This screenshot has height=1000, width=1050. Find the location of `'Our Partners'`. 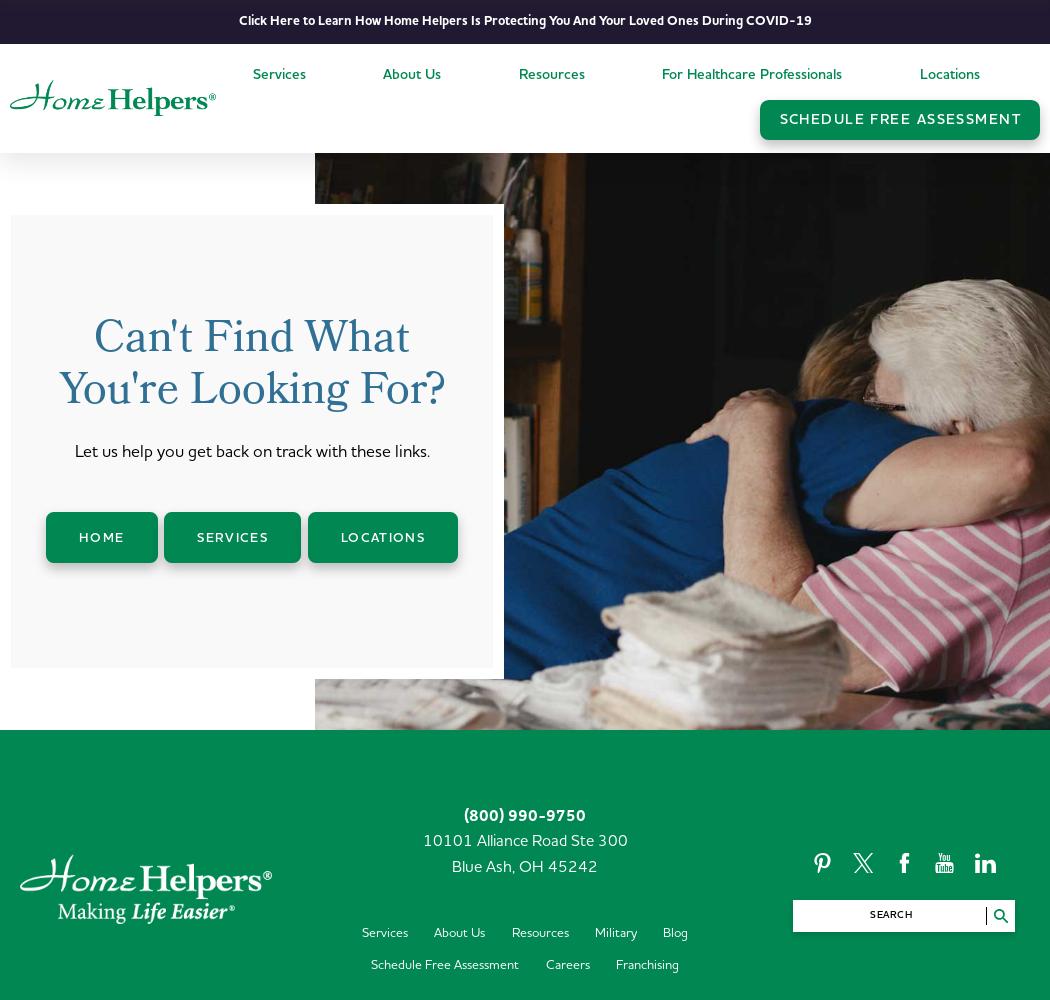

'Our Partners' is located at coordinates (426, 278).